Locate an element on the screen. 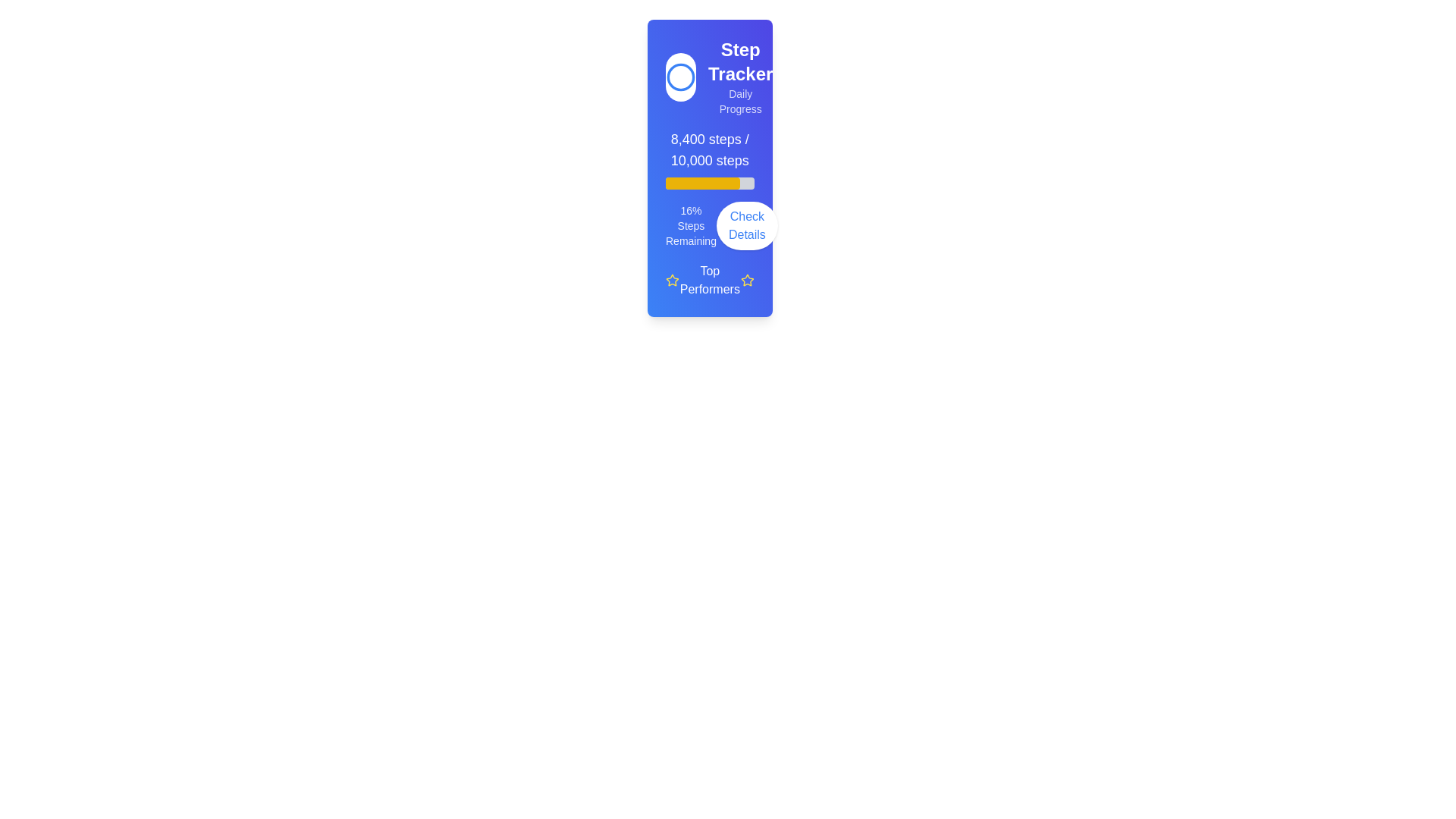 The image size is (1456, 819). the 'Top Performers' label with star icons, which is located at the bottom section of the card component displaying step tracking information is located at coordinates (709, 281).